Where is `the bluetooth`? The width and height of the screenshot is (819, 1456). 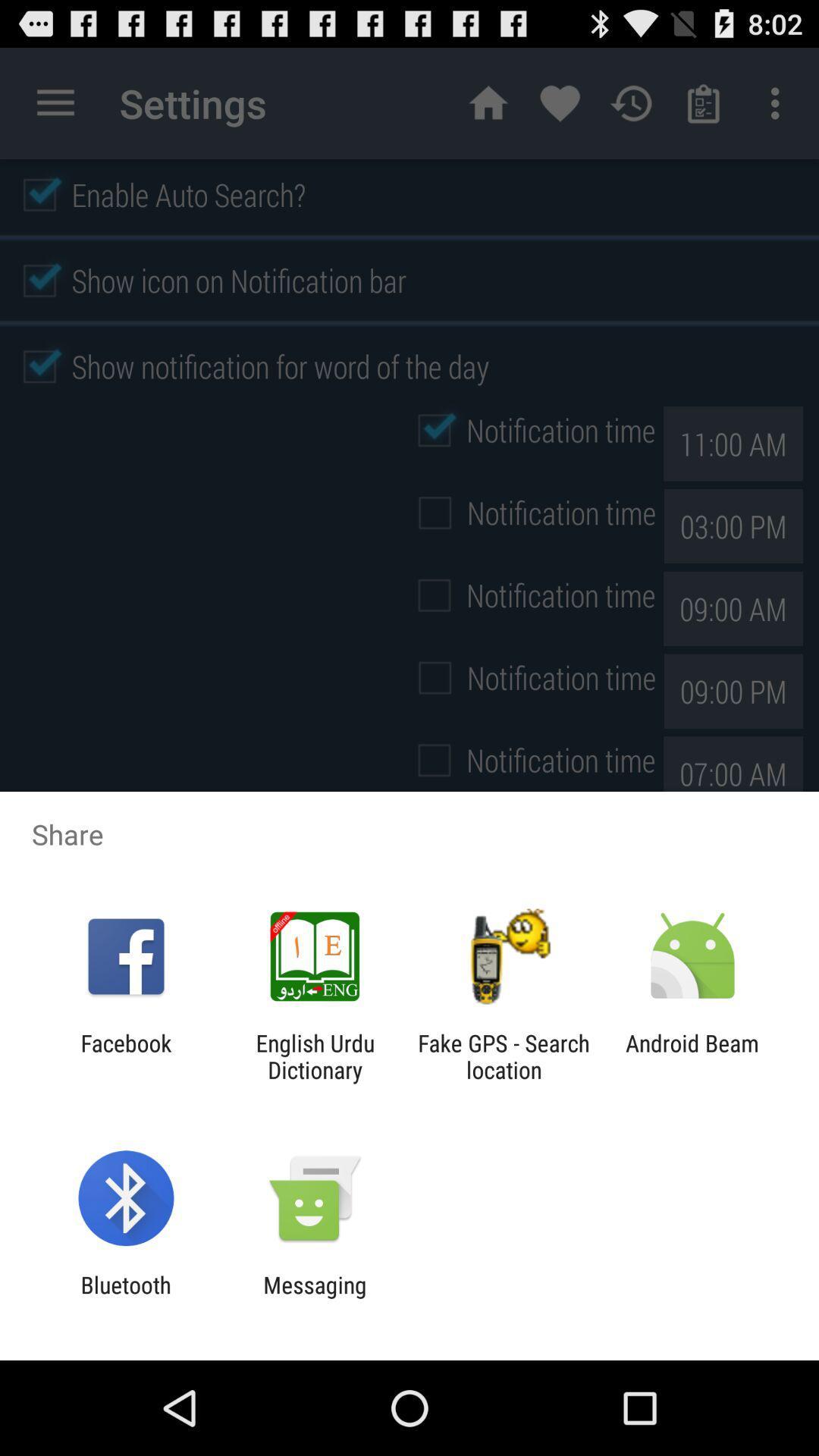 the bluetooth is located at coordinates (125, 1298).